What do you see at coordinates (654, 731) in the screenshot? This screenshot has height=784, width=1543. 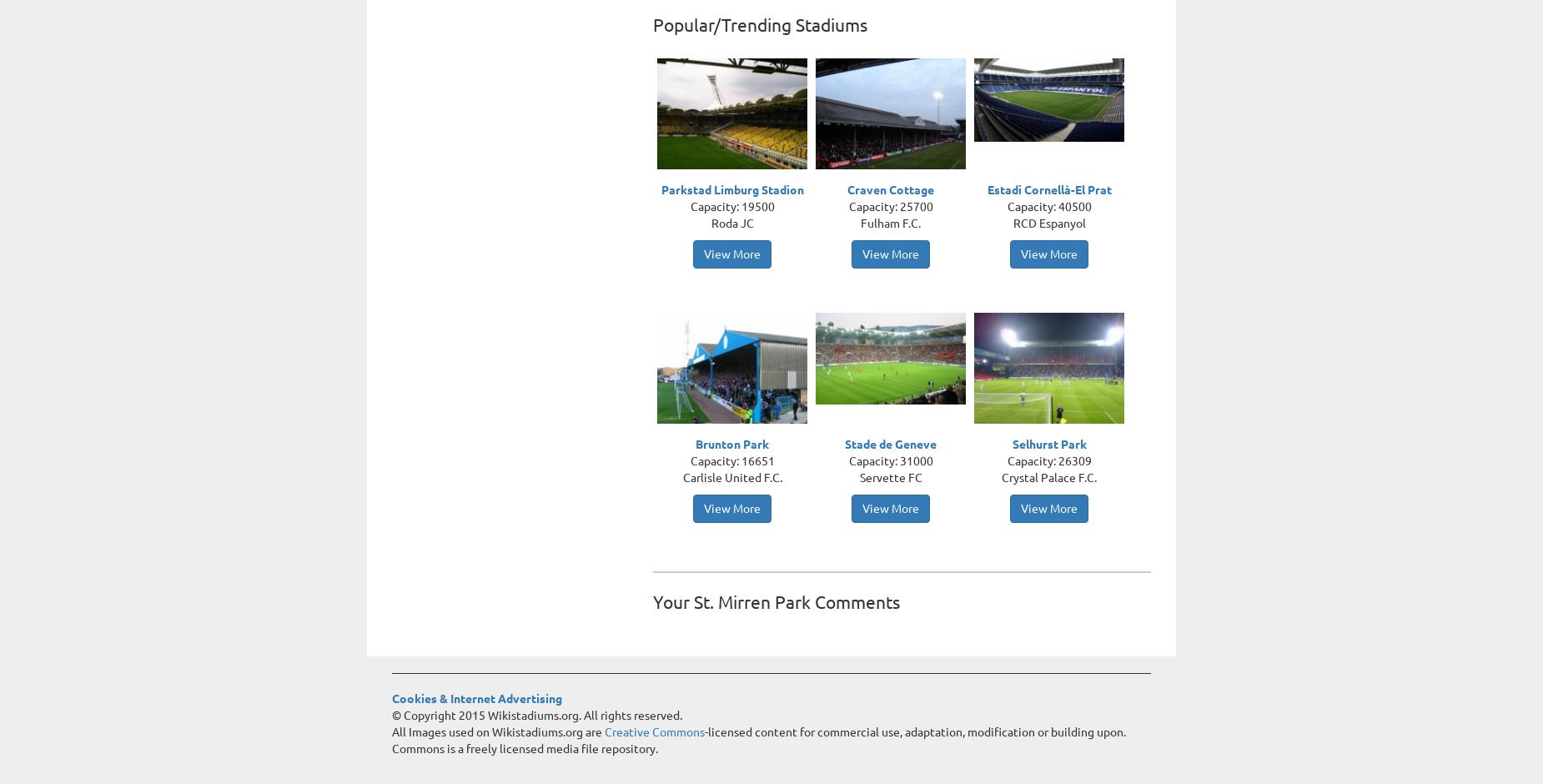 I see `'Creative Commons'` at bounding box center [654, 731].